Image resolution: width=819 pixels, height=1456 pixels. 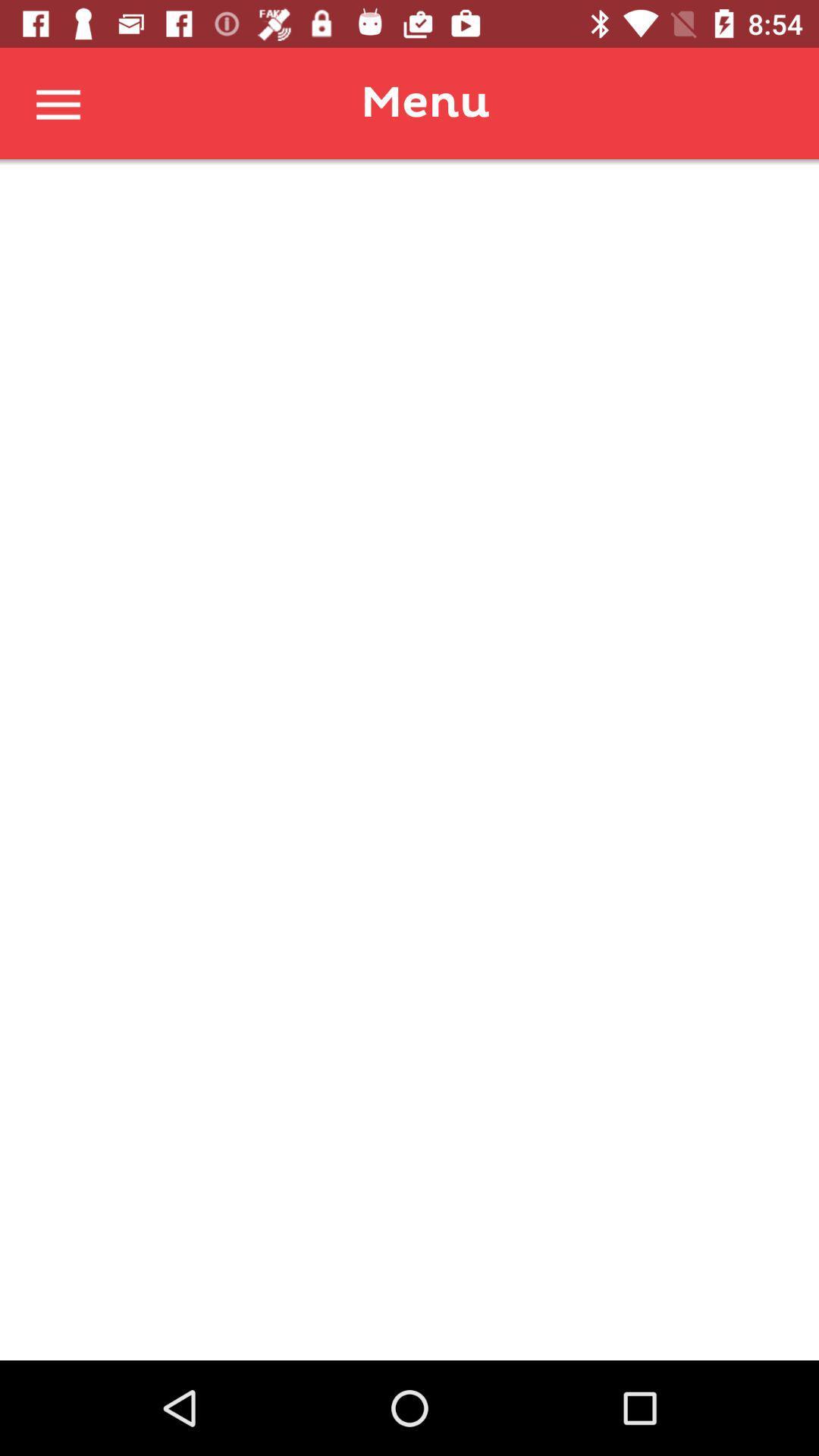 What do you see at coordinates (58, 102) in the screenshot?
I see `the menu curtain` at bounding box center [58, 102].